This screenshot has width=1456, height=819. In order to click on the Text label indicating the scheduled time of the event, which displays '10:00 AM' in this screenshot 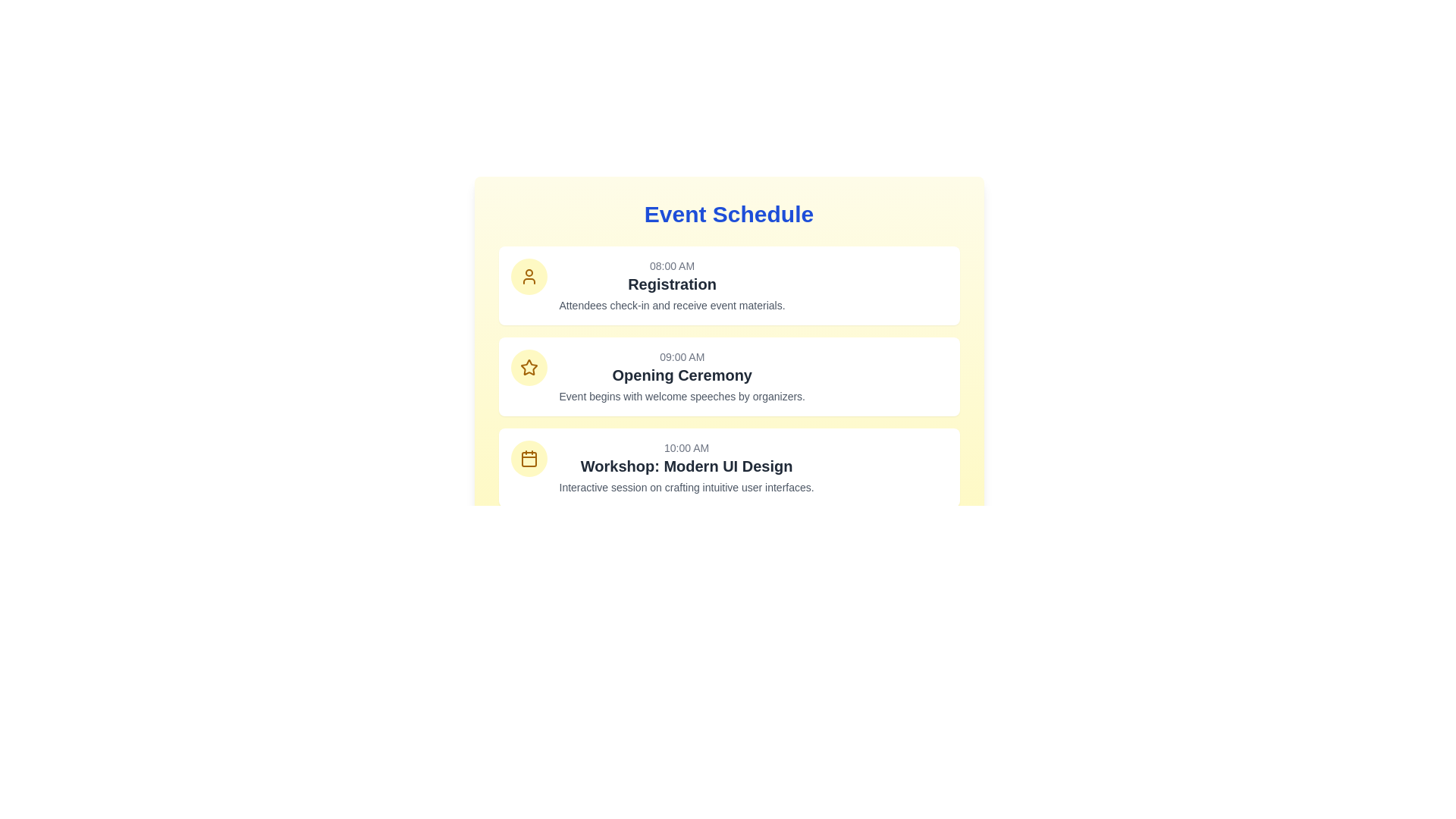, I will do `click(686, 447)`.